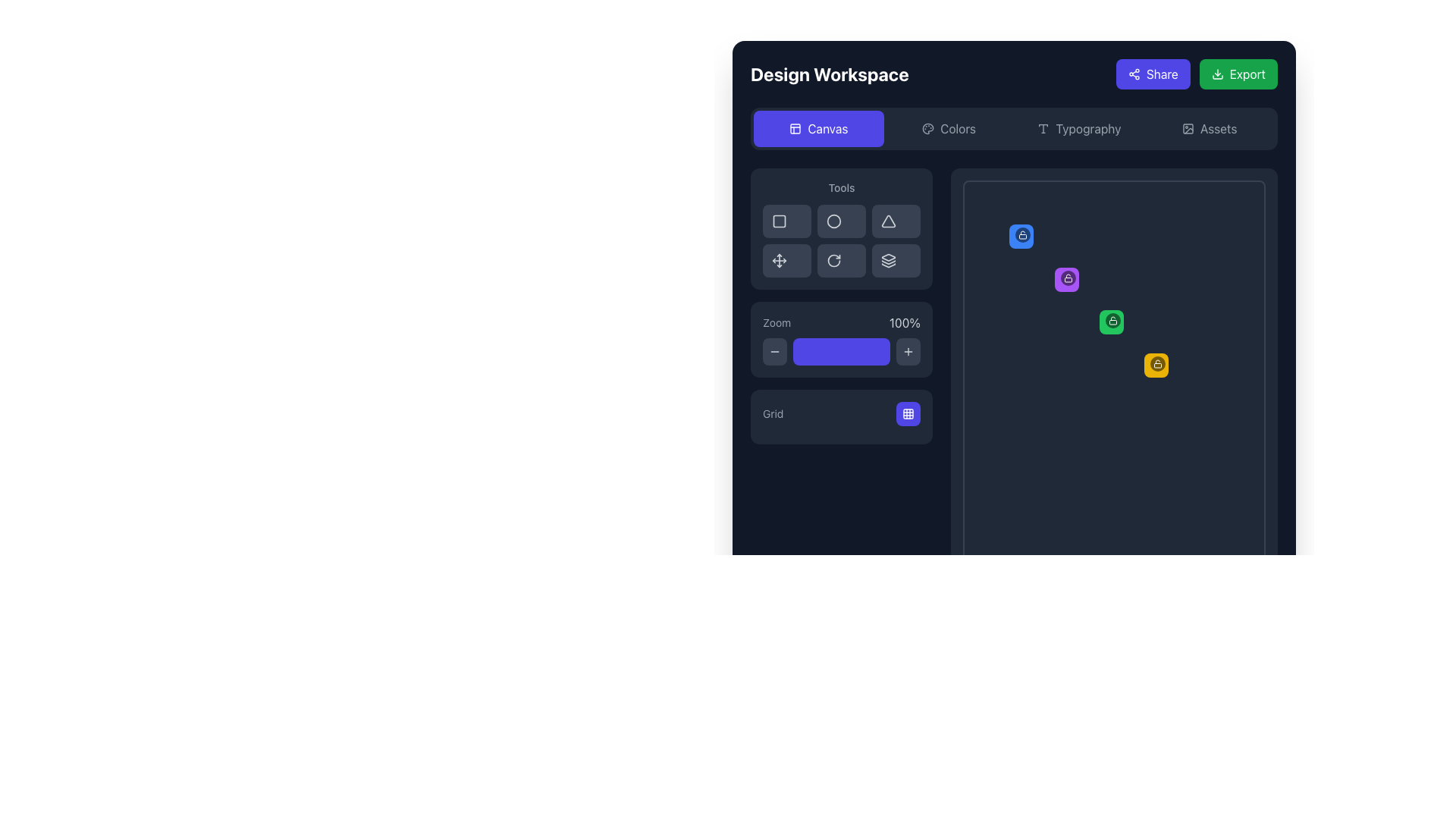 This screenshot has height=819, width=1456. Describe the element at coordinates (908, 414) in the screenshot. I see `the grid toggle button located in the bottom-right corner of the Tools panel` at that location.